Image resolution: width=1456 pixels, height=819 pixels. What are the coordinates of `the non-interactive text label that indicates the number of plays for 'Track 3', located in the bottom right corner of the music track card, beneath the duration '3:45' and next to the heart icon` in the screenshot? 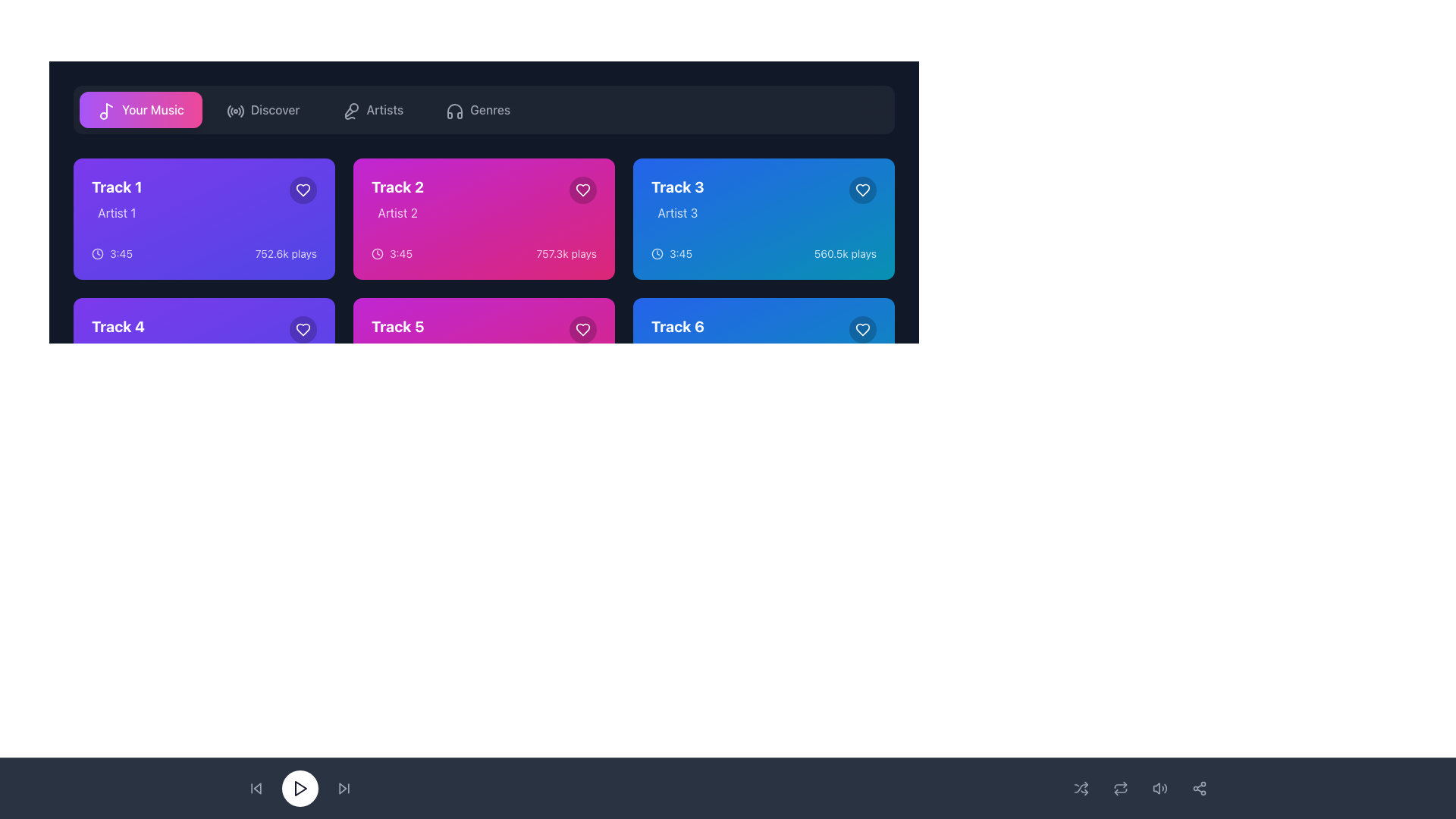 It's located at (844, 253).